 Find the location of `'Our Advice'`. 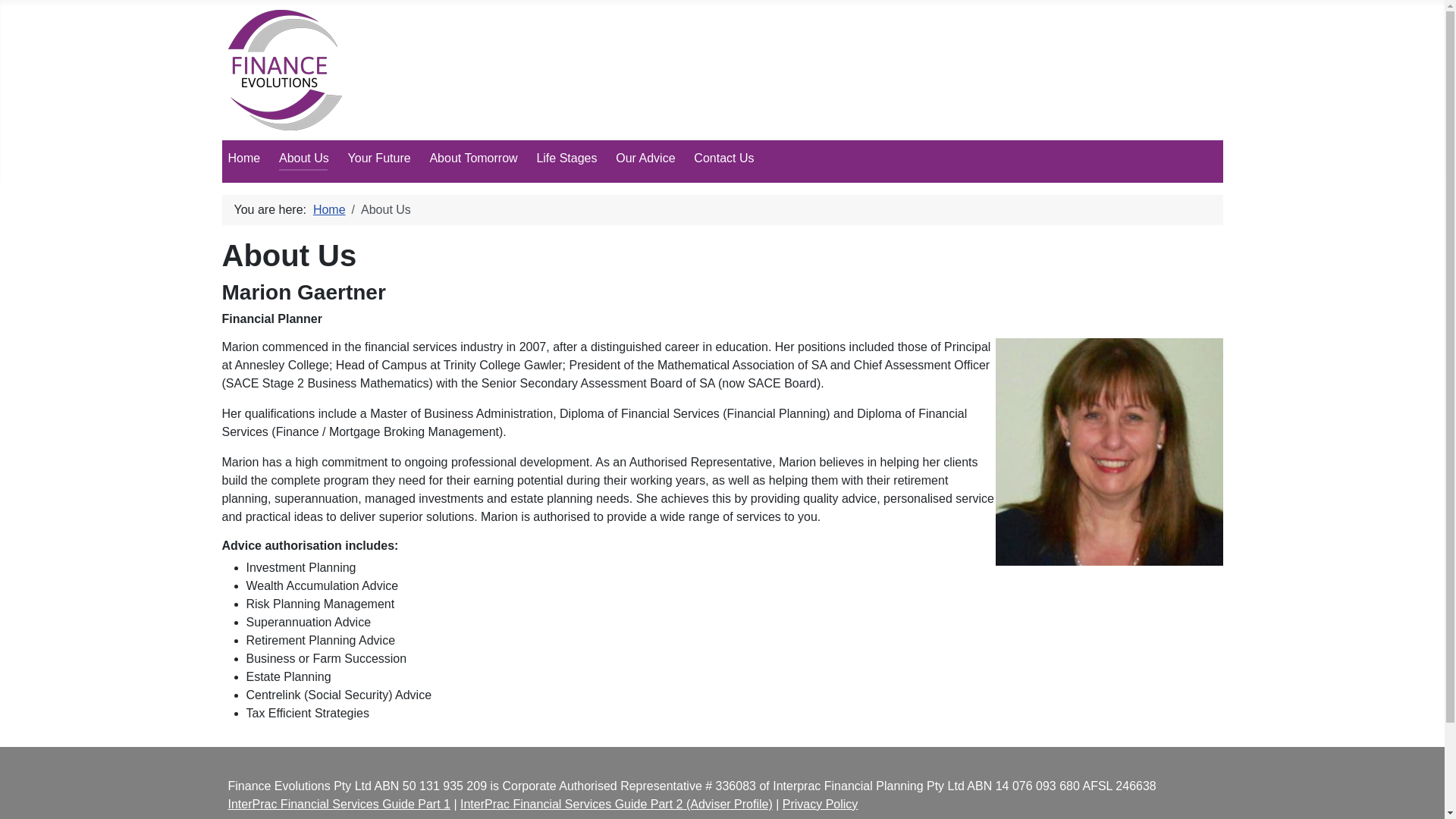

'Our Advice' is located at coordinates (615, 158).